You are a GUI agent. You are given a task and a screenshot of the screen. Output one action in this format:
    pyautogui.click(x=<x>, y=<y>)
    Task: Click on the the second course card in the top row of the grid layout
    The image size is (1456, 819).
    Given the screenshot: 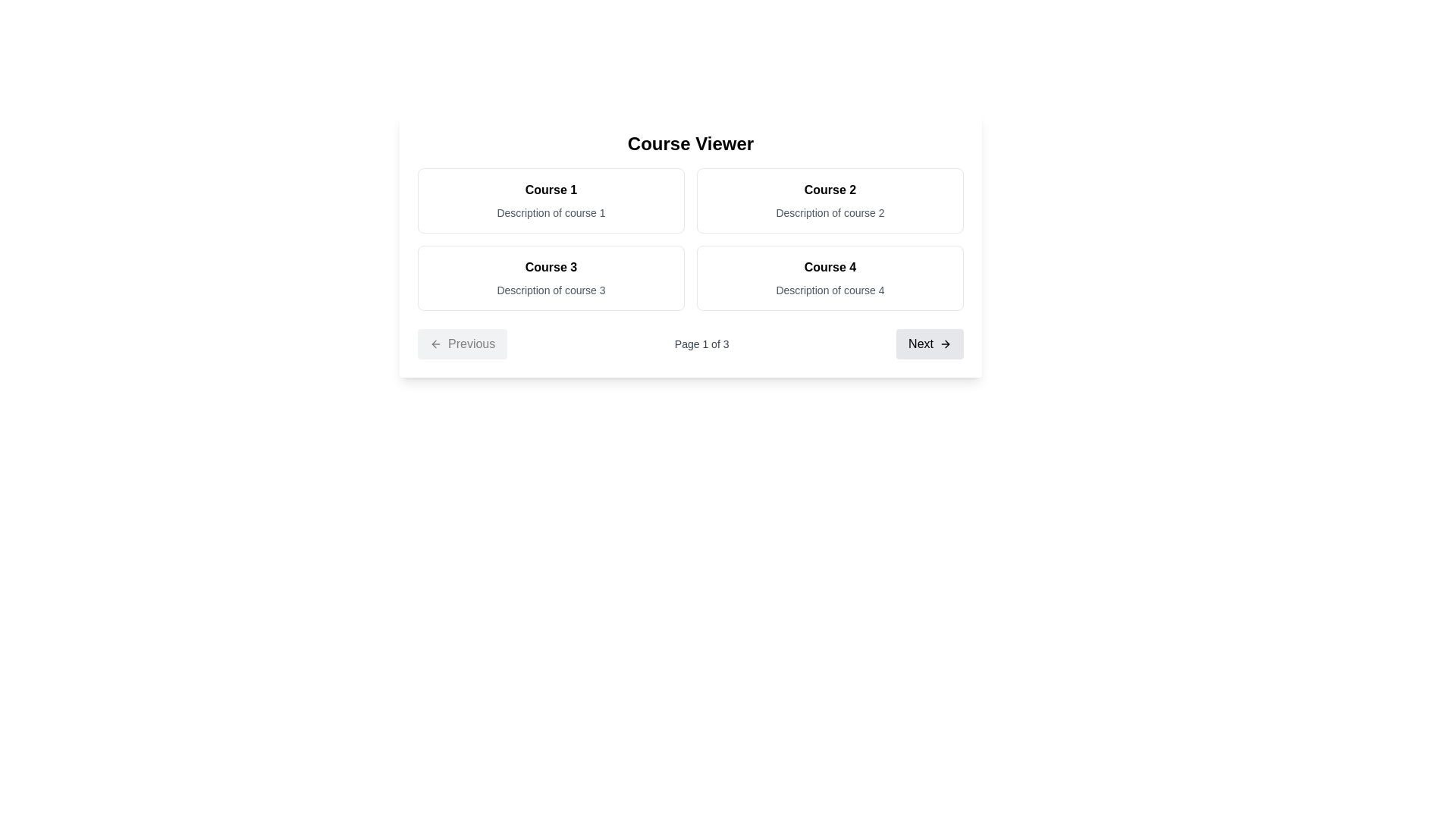 What is the action you would take?
    pyautogui.click(x=829, y=200)
    